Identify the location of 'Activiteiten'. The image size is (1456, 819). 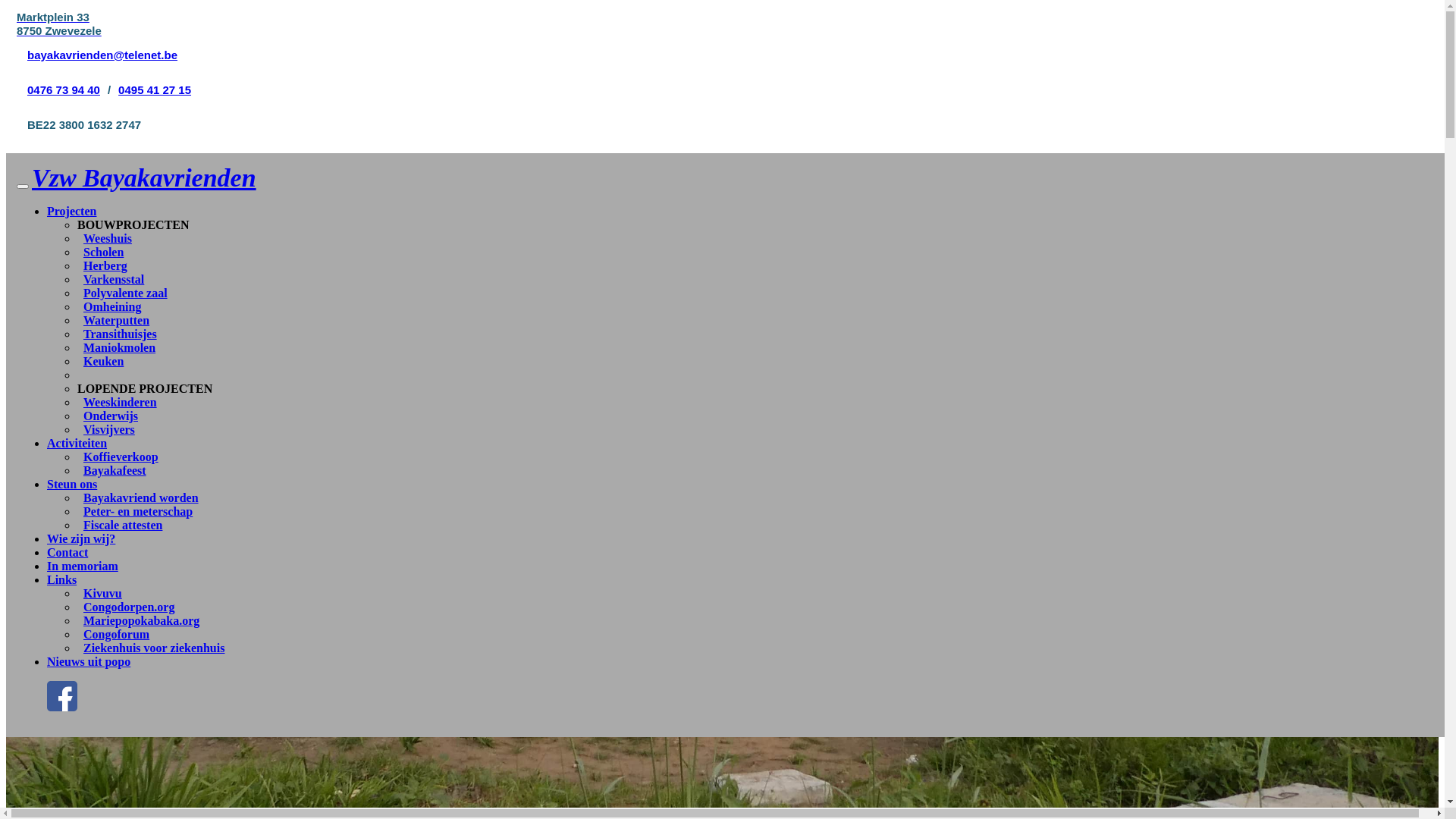
(76, 443).